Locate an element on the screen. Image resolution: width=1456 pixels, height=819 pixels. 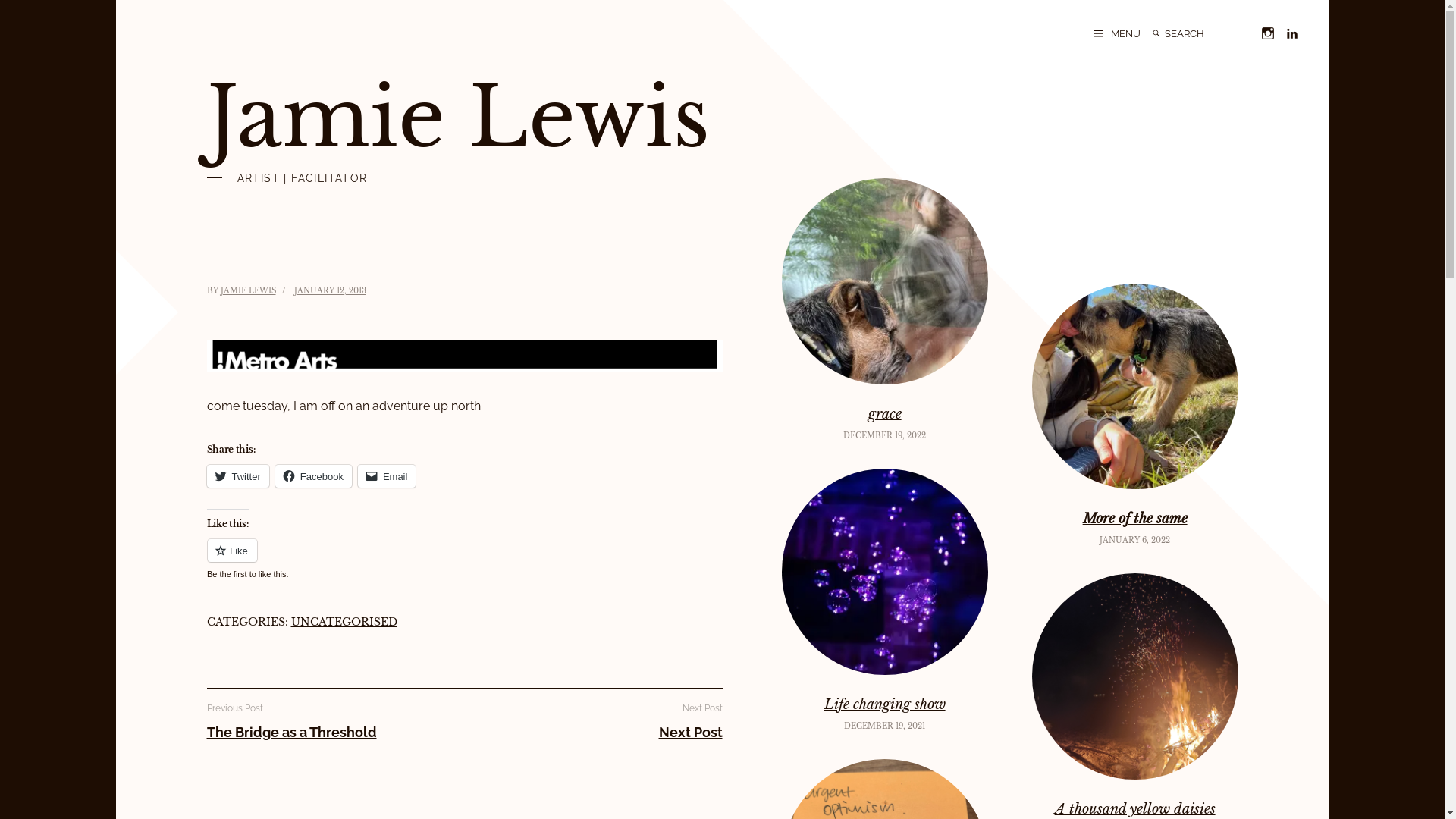
'DECEMBER 19, 2022' is located at coordinates (884, 435).